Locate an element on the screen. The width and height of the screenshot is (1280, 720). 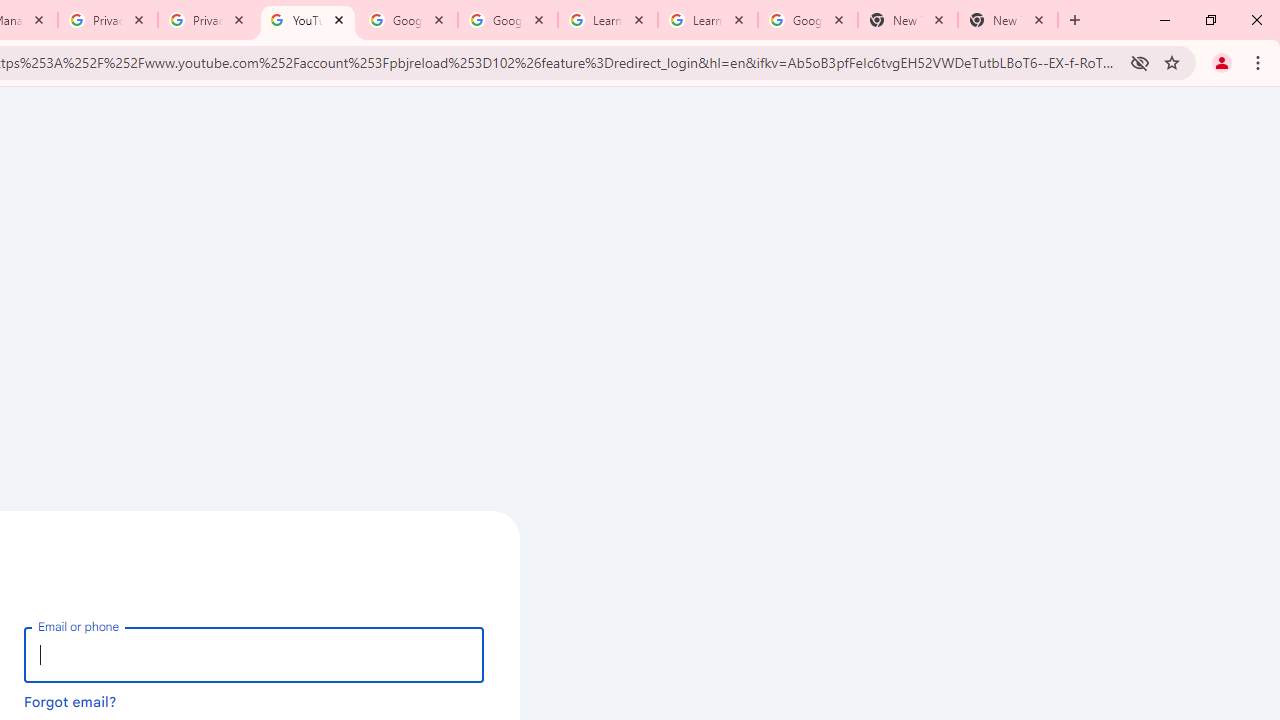
'Forgot email?' is located at coordinates (70, 700).